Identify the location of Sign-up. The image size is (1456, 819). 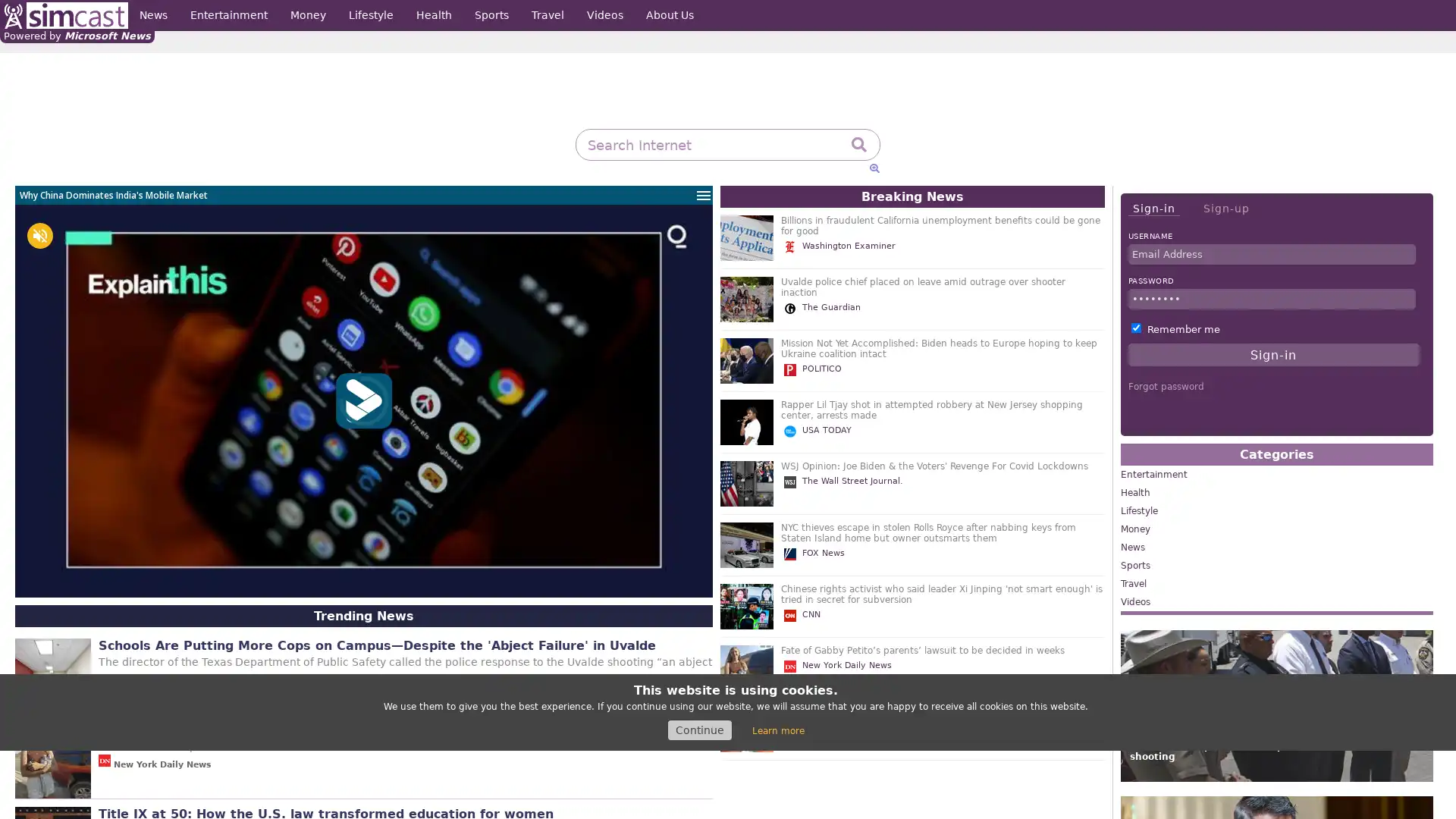
(1225, 208).